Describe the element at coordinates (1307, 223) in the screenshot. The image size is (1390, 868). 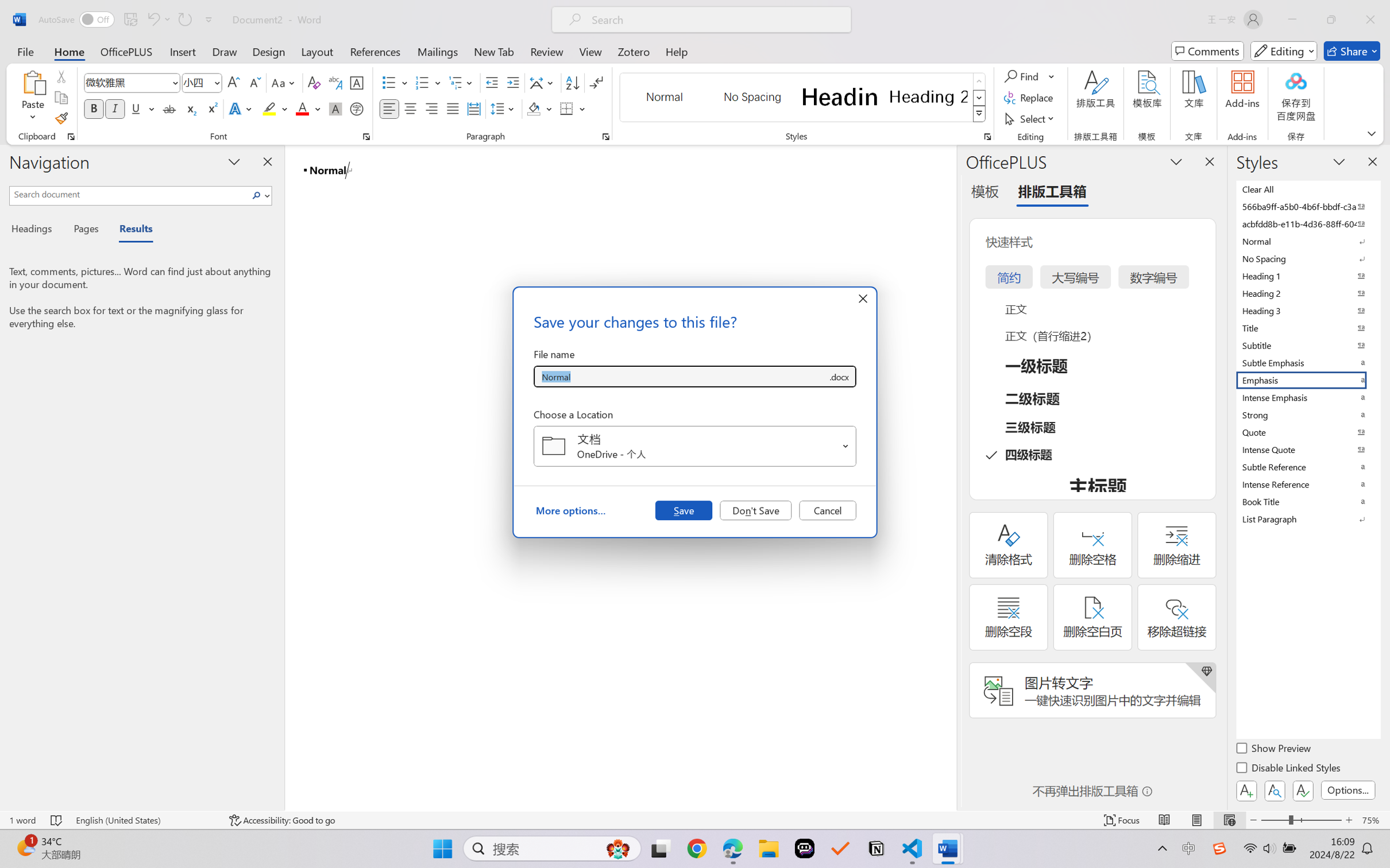
I see `'acbfdd8b-e11b-4d36-88ff-6049b138f862'` at that location.